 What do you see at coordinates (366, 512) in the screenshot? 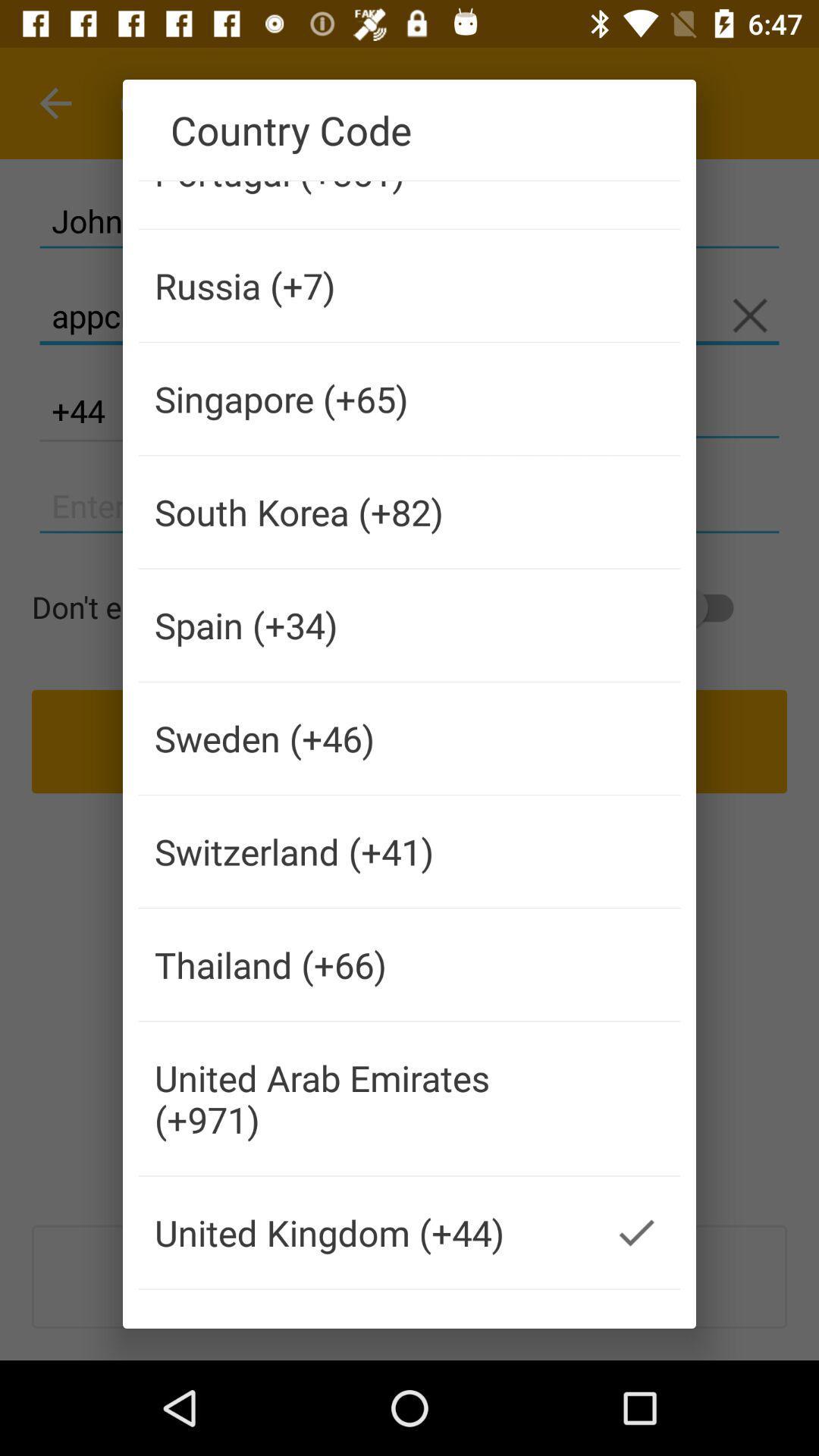
I see `icon above spain (+34) item` at bounding box center [366, 512].